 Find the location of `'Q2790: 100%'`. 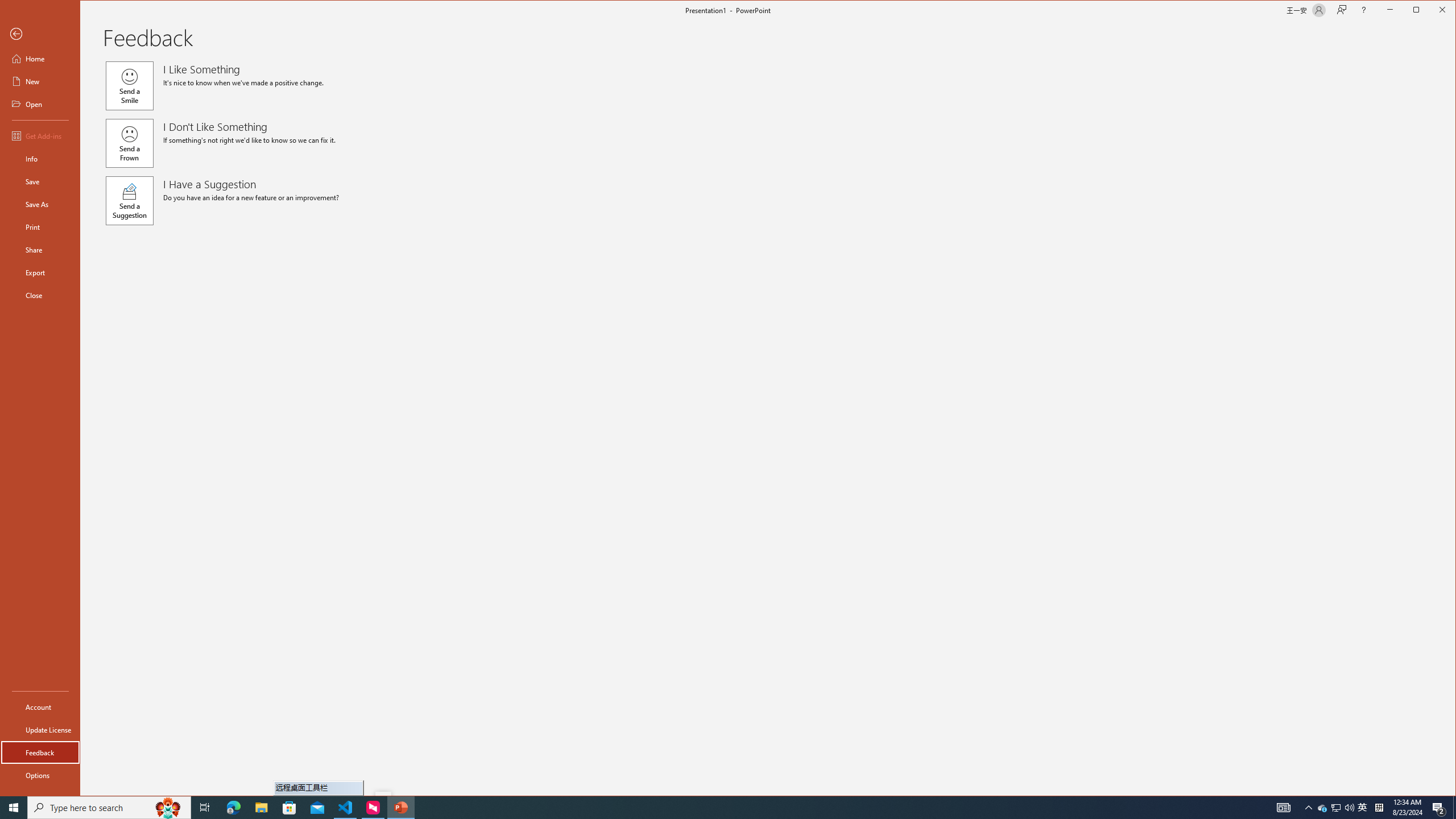

'Q2790: 100%' is located at coordinates (1349, 806).